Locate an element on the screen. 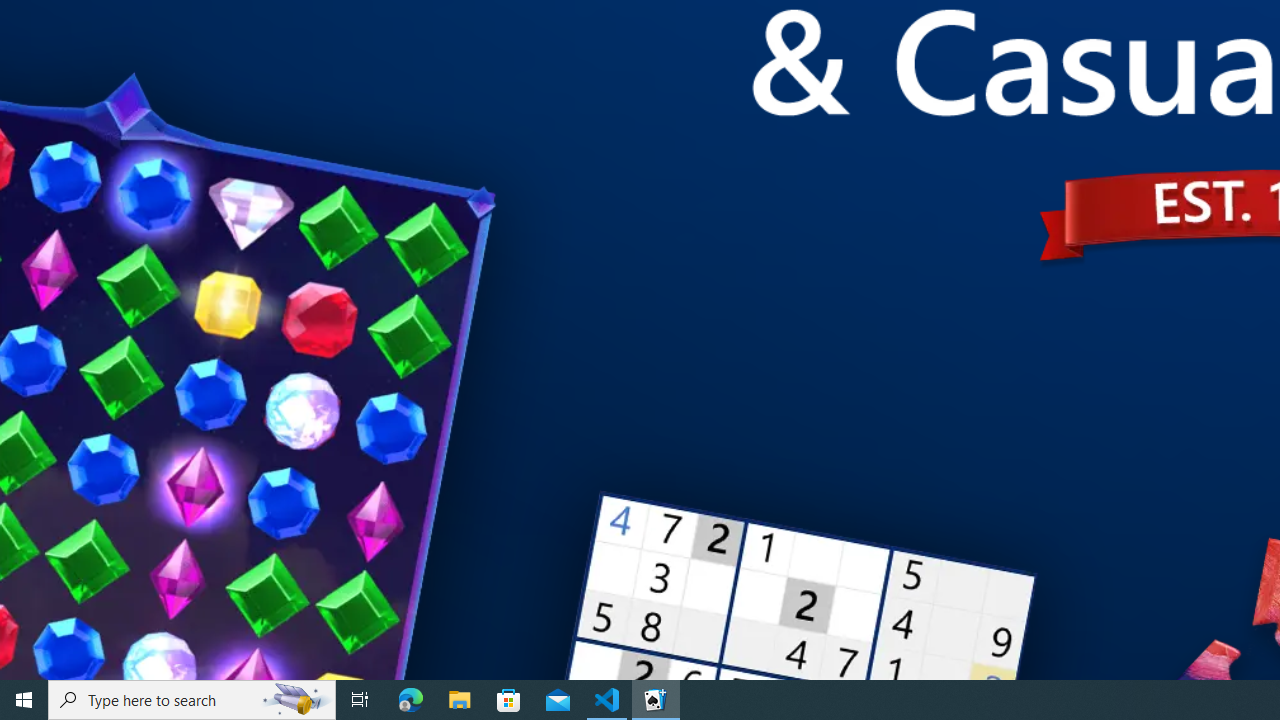 This screenshot has width=1280, height=720. 'Microsoft Store' is located at coordinates (509, 698).